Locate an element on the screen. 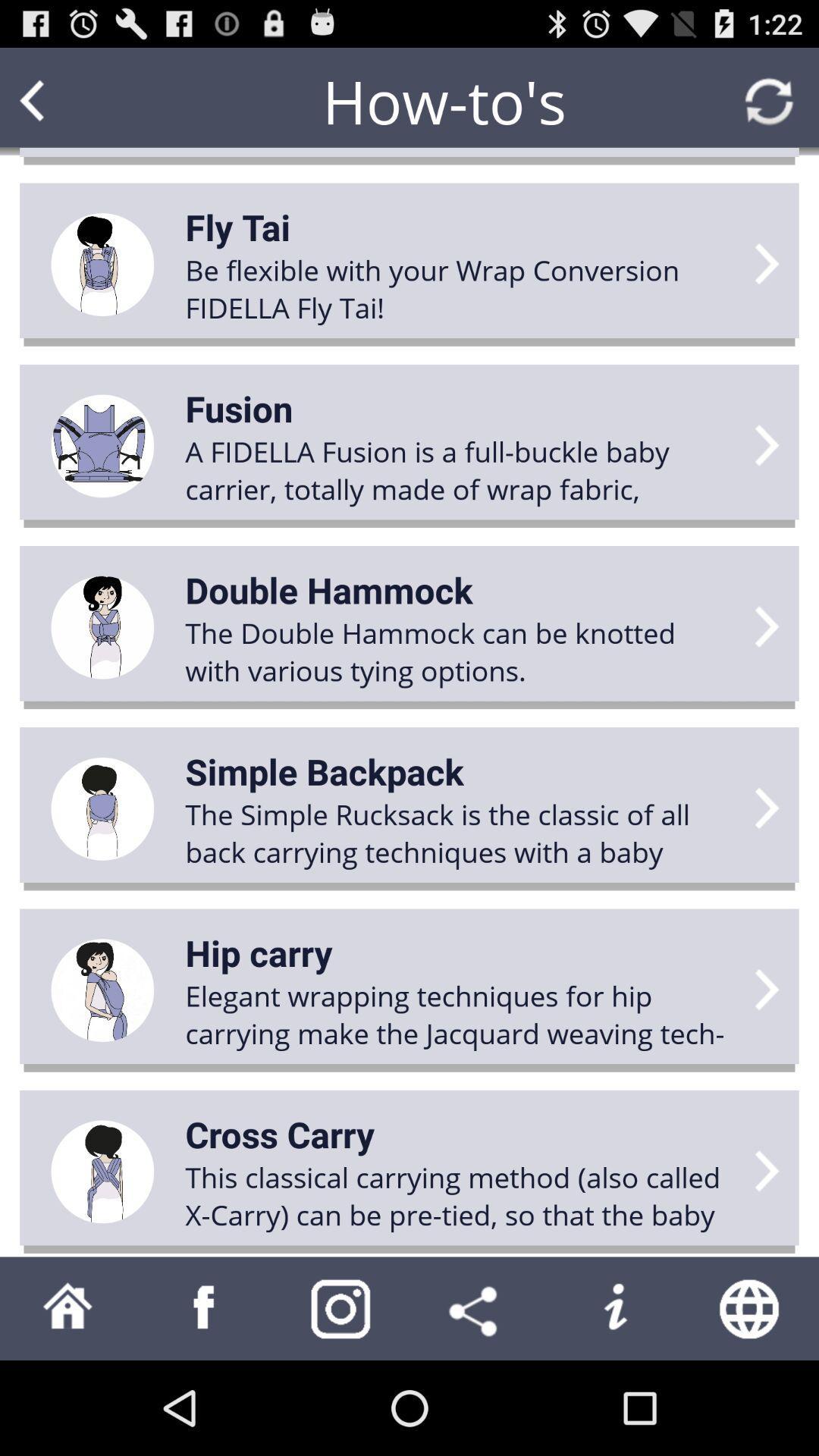  instagram option is located at coordinates (341, 1307).